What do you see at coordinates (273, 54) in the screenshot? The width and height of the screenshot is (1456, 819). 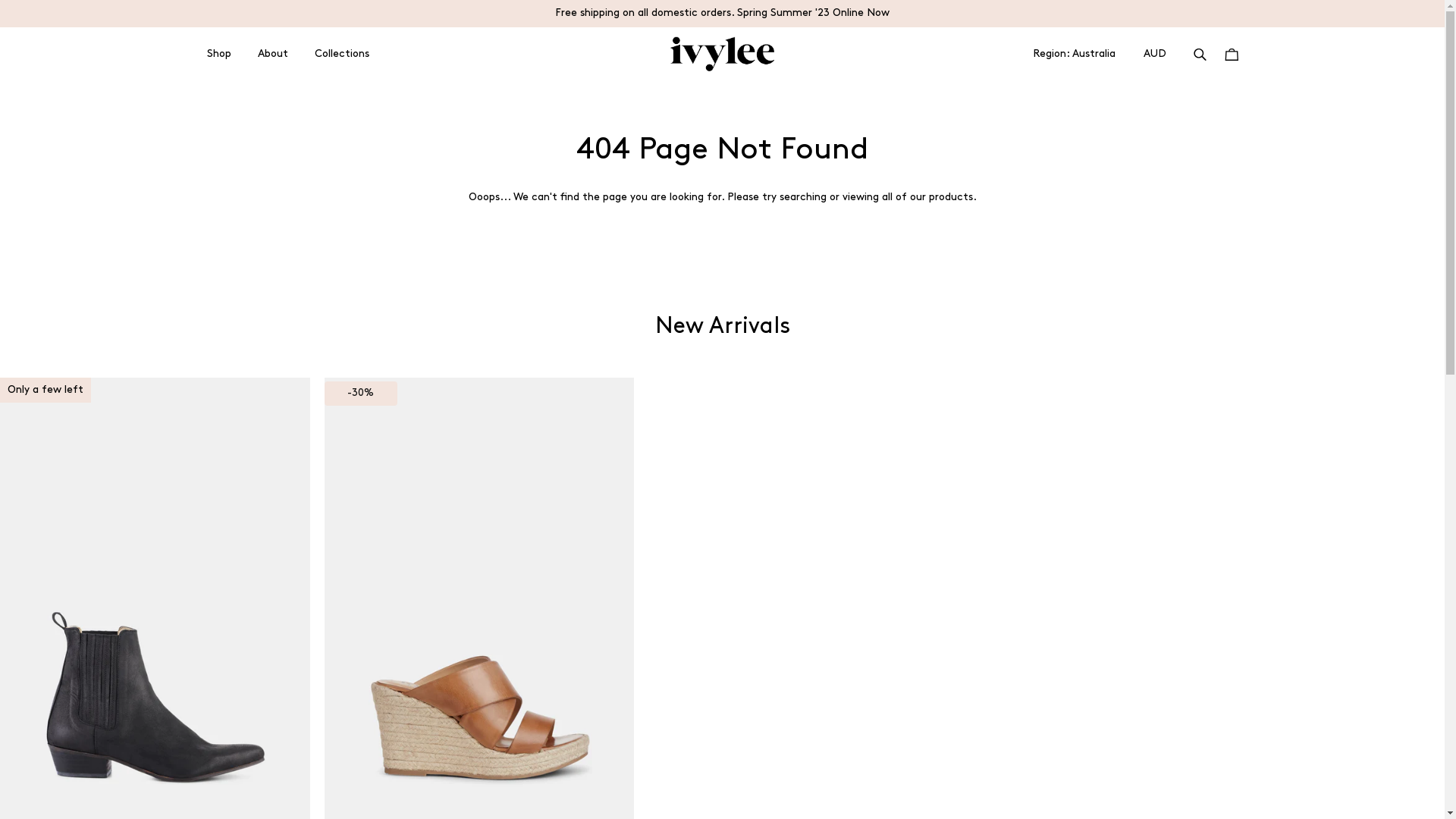 I see `'About'` at bounding box center [273, 54].